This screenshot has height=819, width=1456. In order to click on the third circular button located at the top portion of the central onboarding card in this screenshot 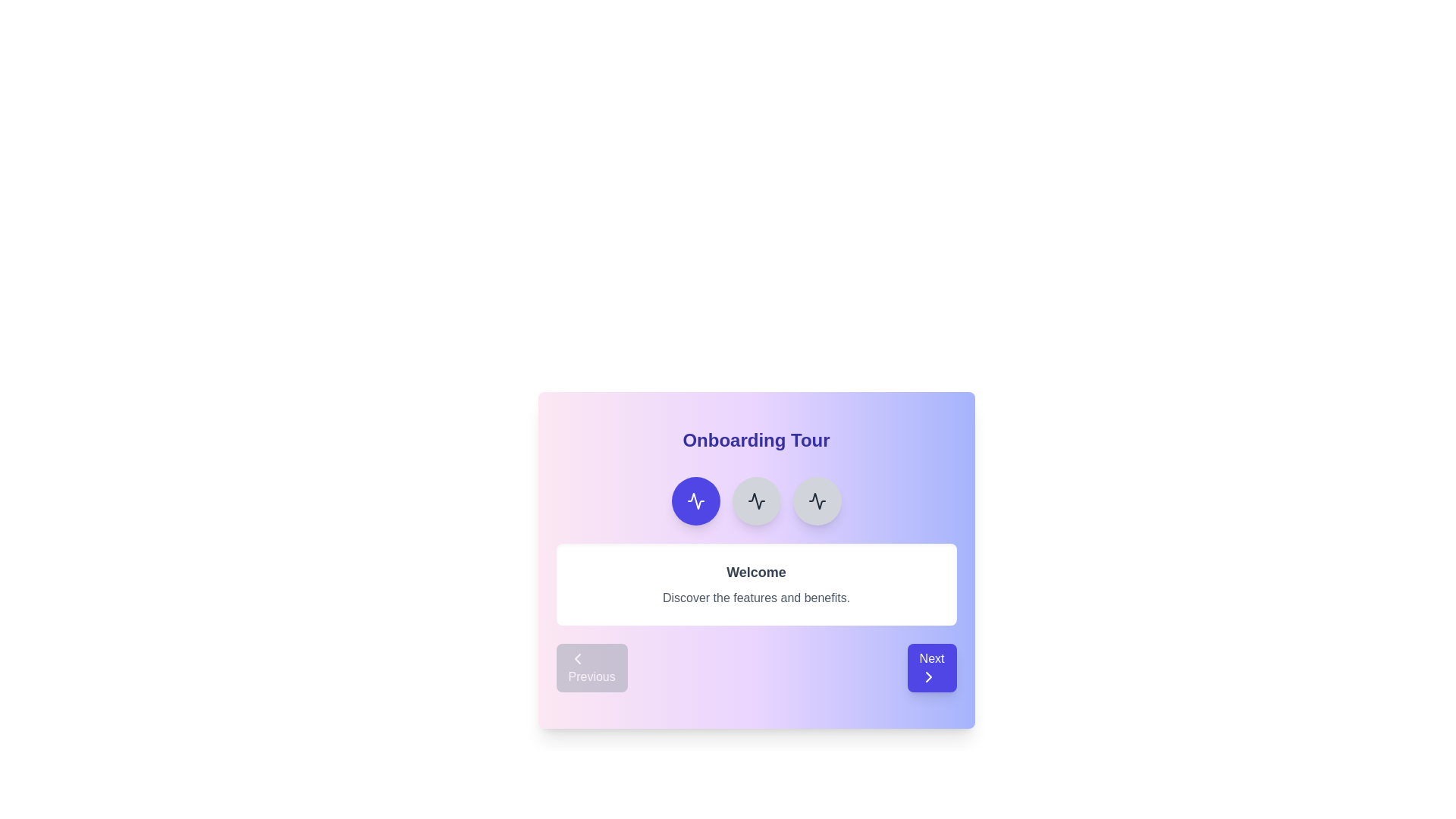, I will do `click(756, 500)`.